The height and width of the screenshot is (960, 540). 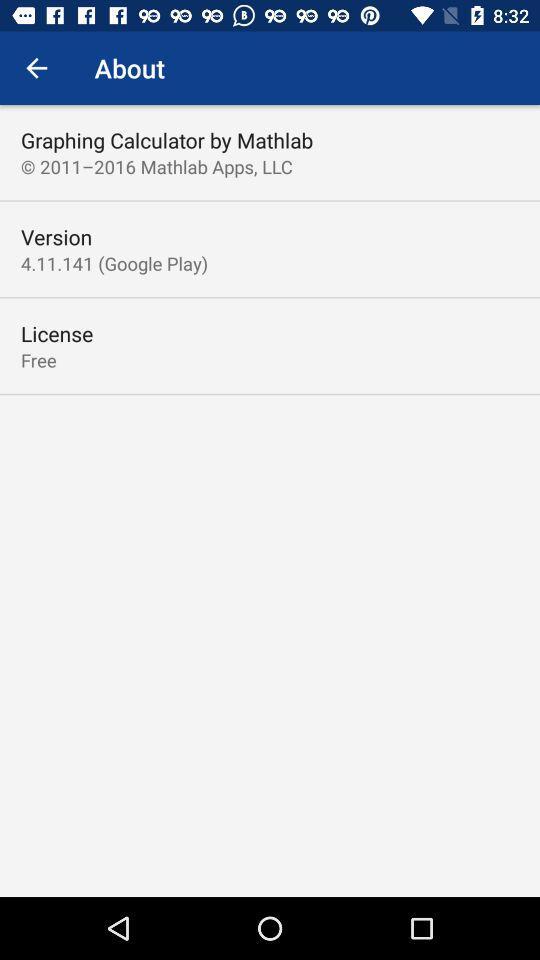 I want to click on the 2011 2016 mathlab, so click(x=155, y=165).